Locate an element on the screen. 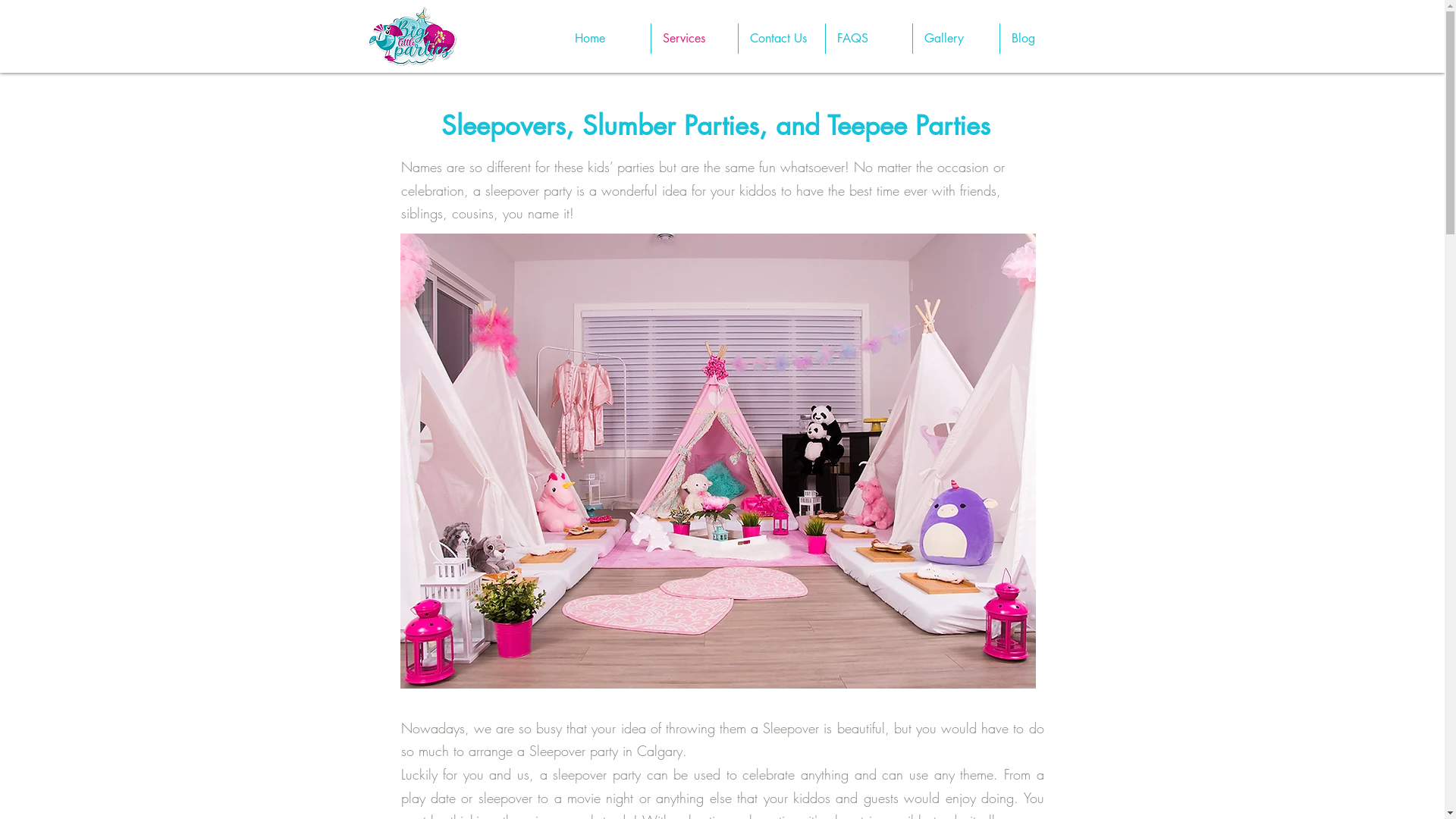 Image resolution: width=1456 pixels, height=819 pixels. 'Gallery' is located at coordinates (955, 37).